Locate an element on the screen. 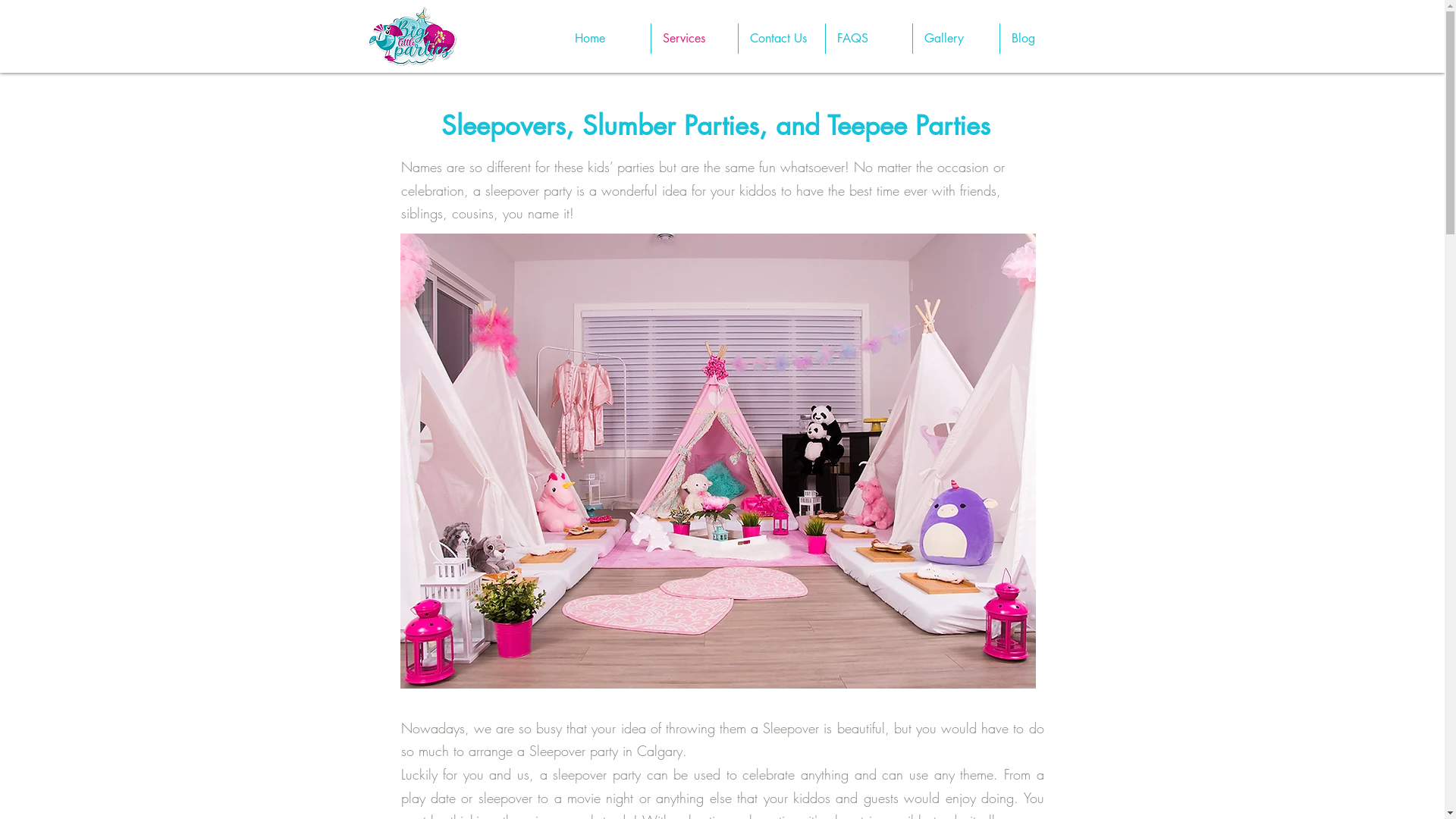 Image resolution: width=1456 pixels, height=819 pixels. 'Gallery' is located at coordinates (955, 37).